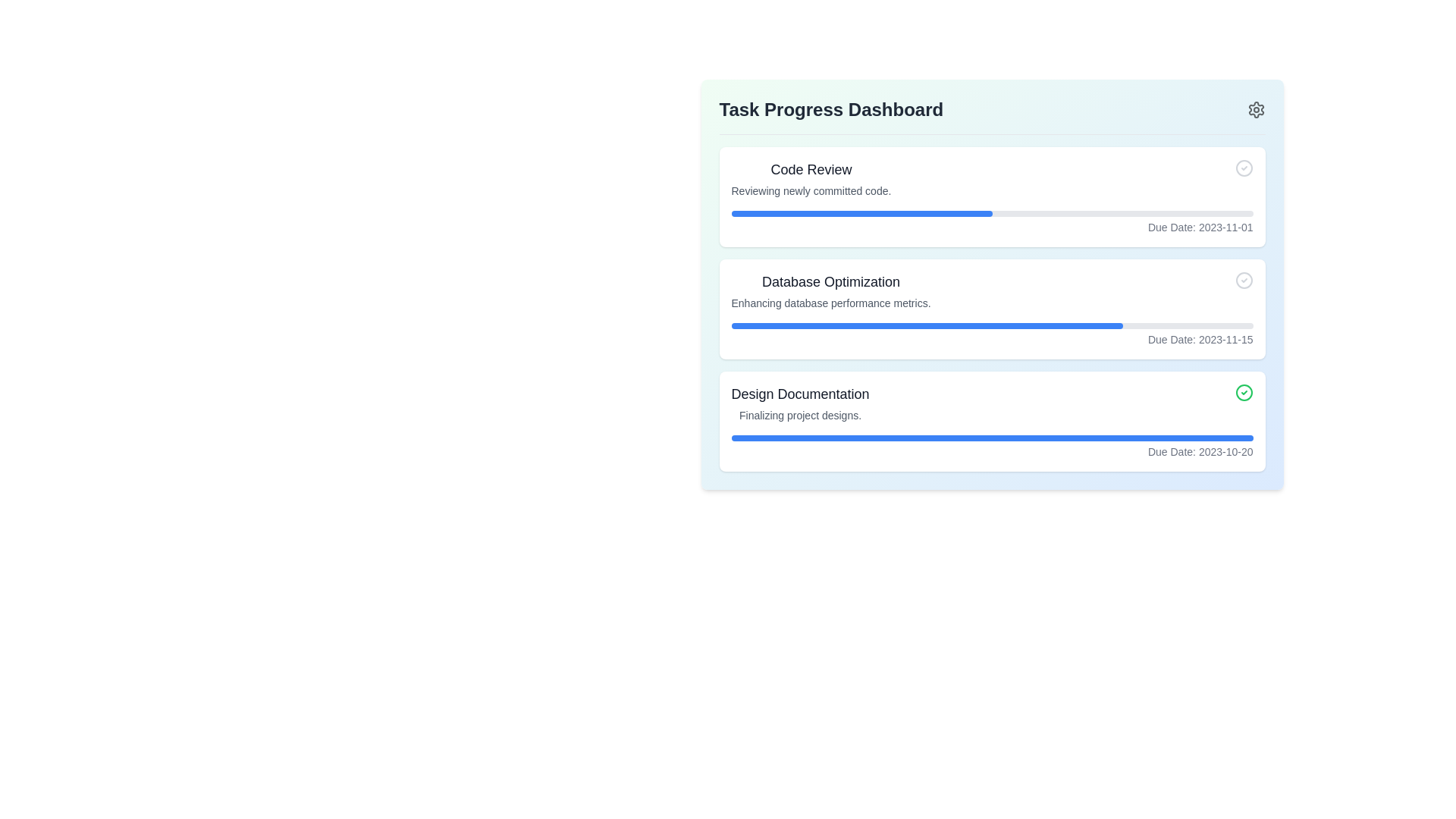 The width and height of the screenshot is (1456, 819). What do you see at coordinates (992, 213) in the screenshot?
I see `the progress bar that visually represents the completion progress of the 'Code Review' task located in the task progress dashboard` at bounding box center [992, 213].